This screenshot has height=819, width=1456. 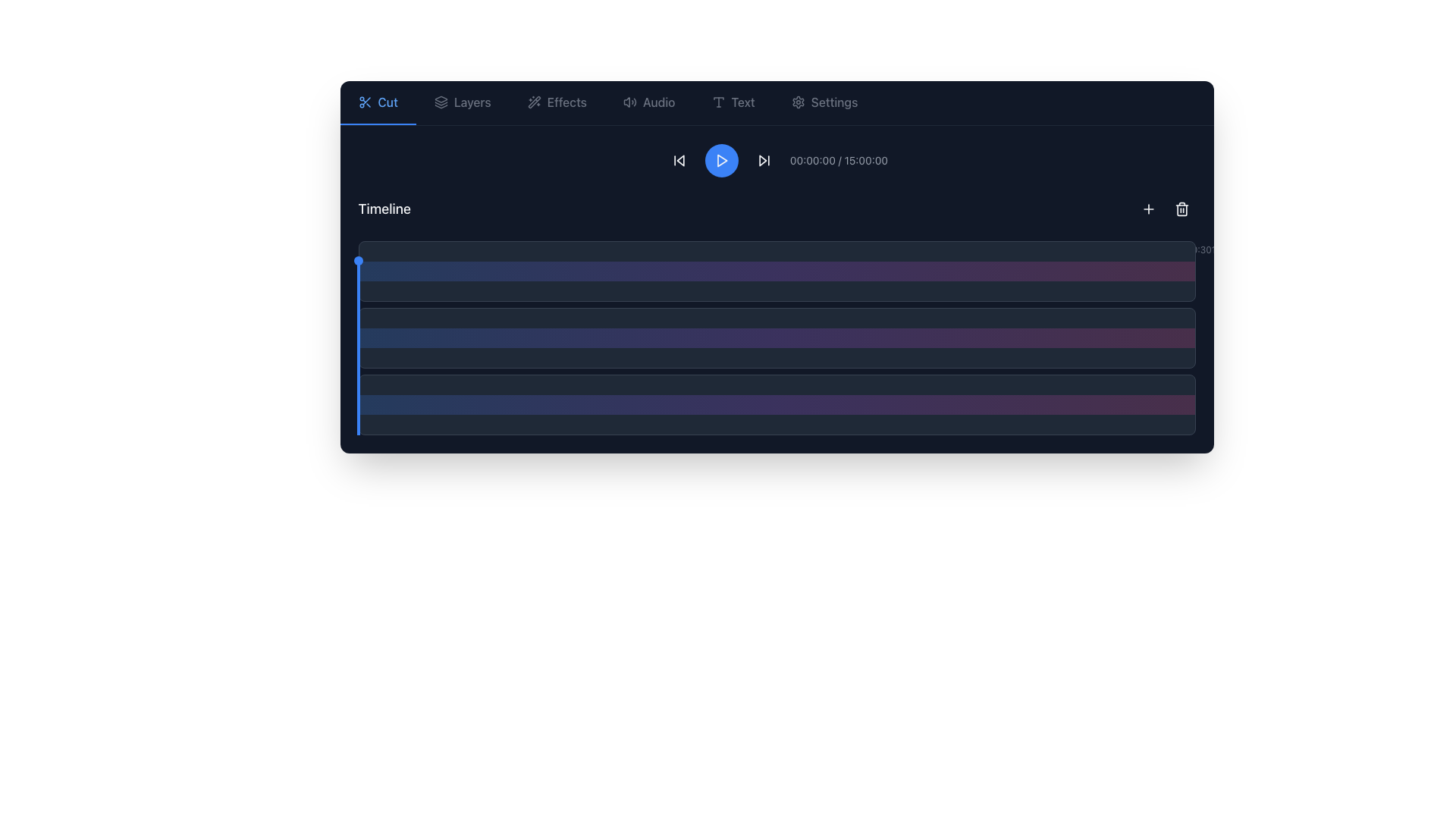 I want to click on the icon resembling three layered rectangles with rounded edges, located to the left of the 'Layers' text in the main navigation toolbar, so click(x=440, y=102).